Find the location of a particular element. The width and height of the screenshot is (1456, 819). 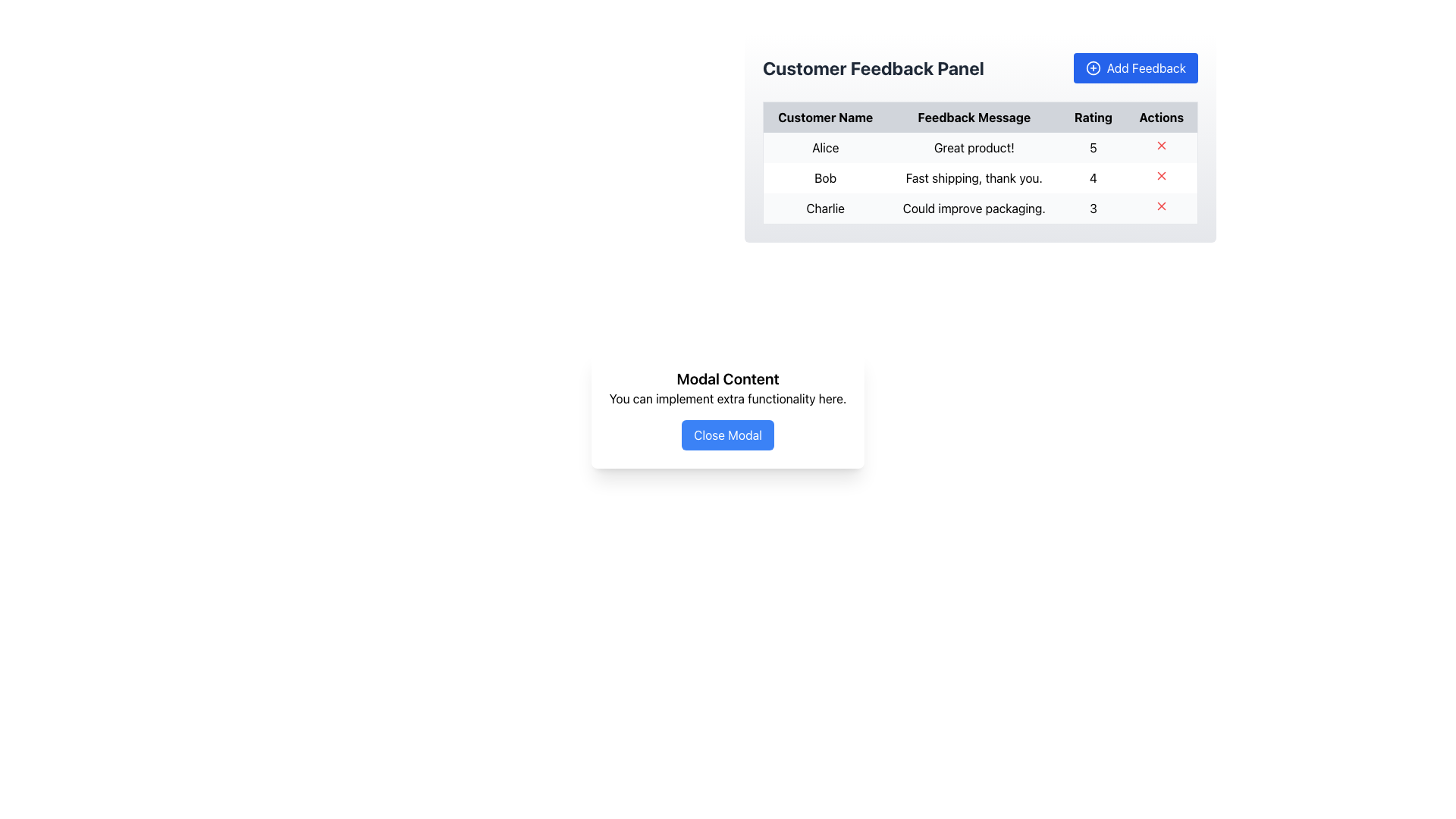

the circular icon with a plus sign inside, which is positioned to the left of the text in the 'Add Feedback' button at the top right of the interface is located at coordinates (1093, 67).